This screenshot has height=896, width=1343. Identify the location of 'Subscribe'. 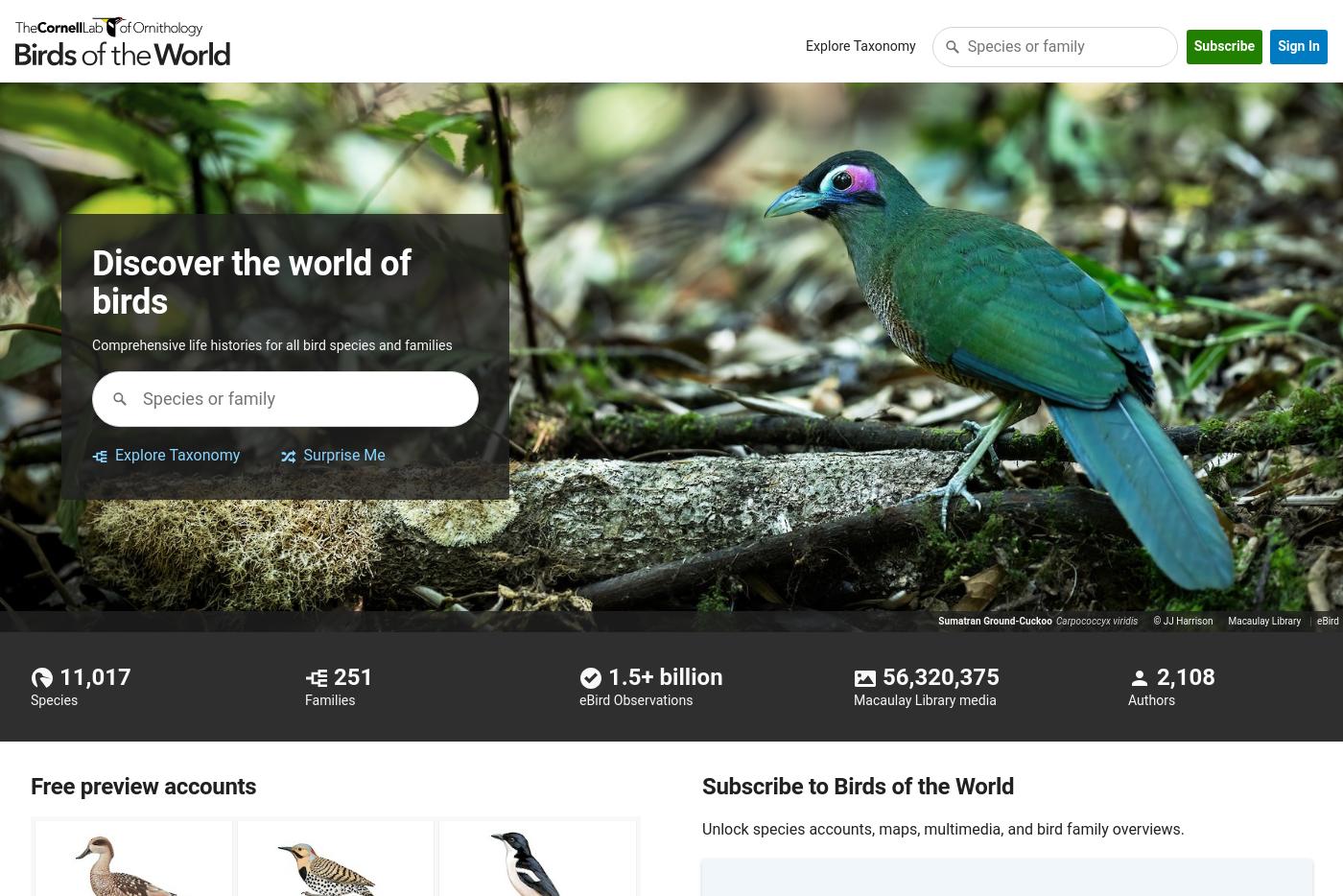
(1223, 46).